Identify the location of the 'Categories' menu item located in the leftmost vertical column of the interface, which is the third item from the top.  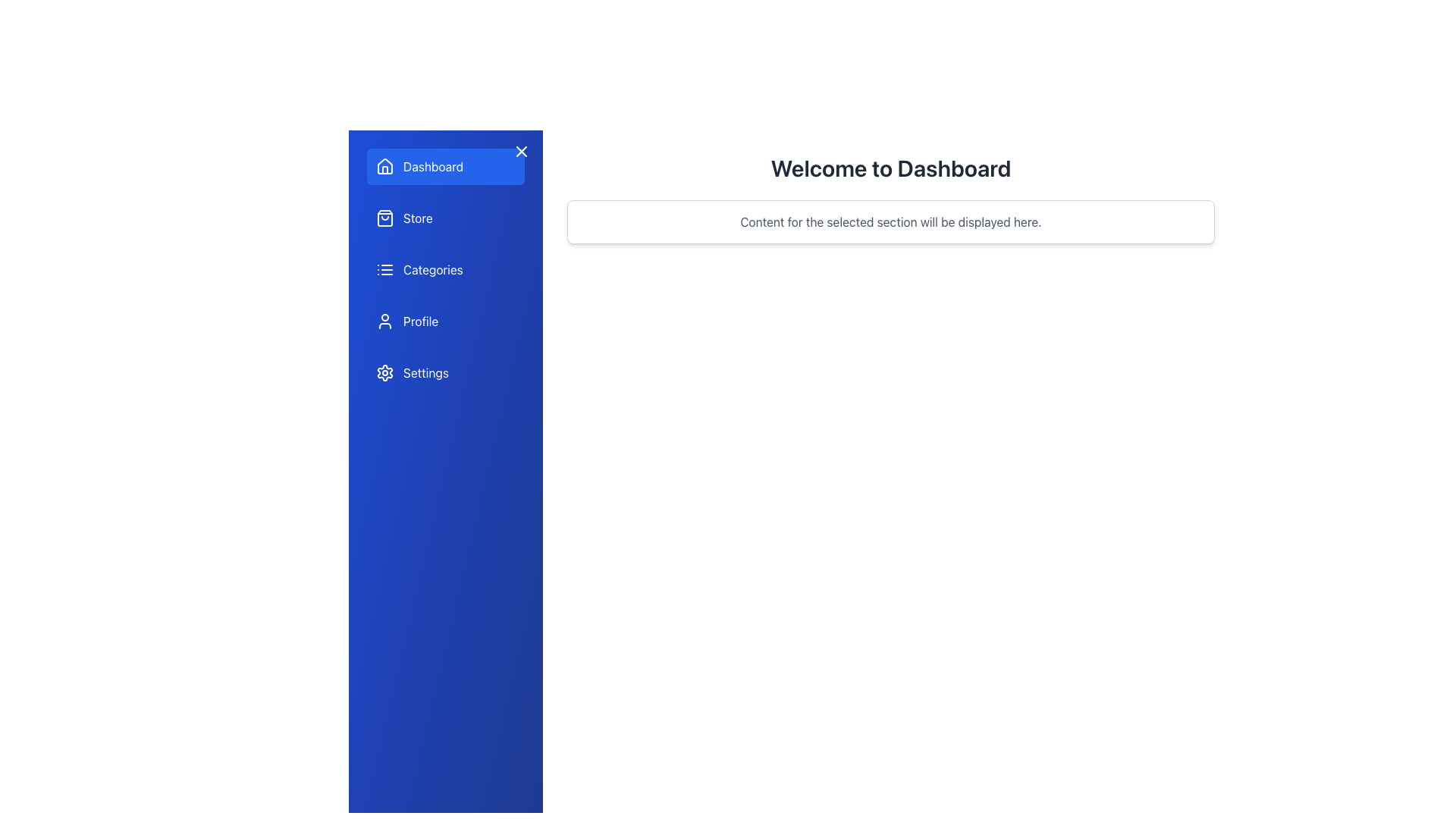
(445, 268).